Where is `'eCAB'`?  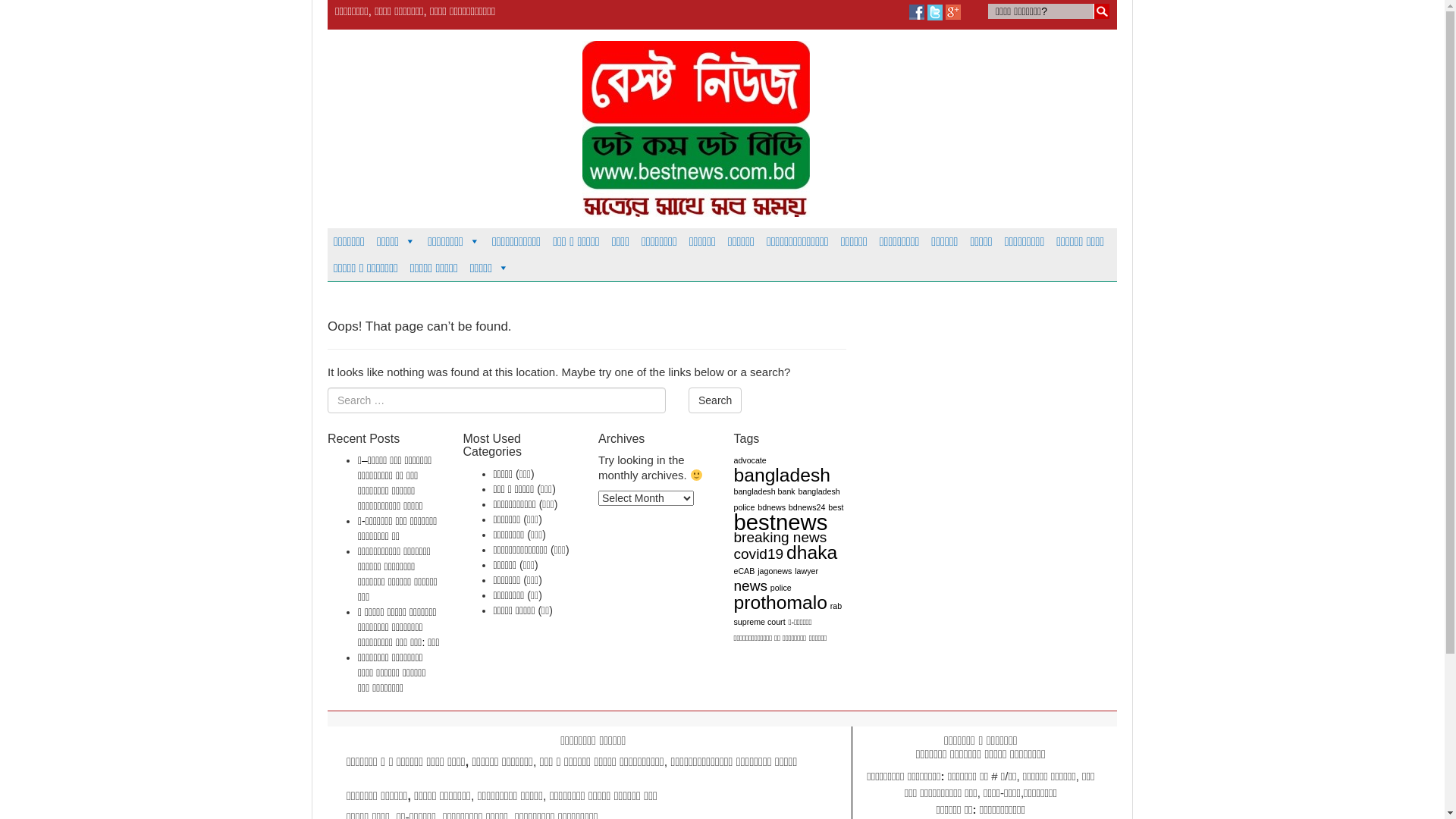
'eCAB' is located at coordinates (745, 570).